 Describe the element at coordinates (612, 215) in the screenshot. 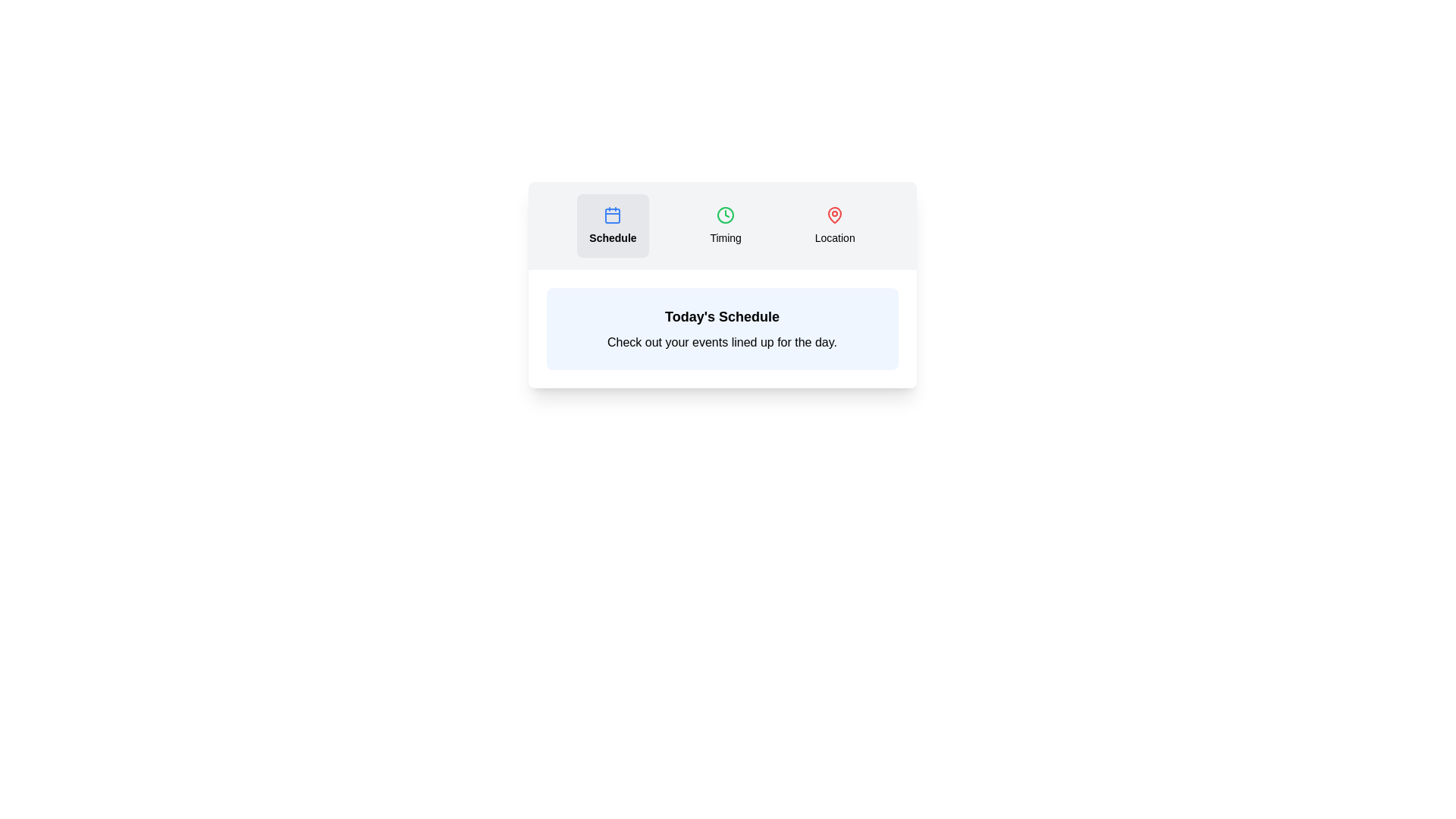

I see `the icon corresponding to the Schedule tab` at that location.